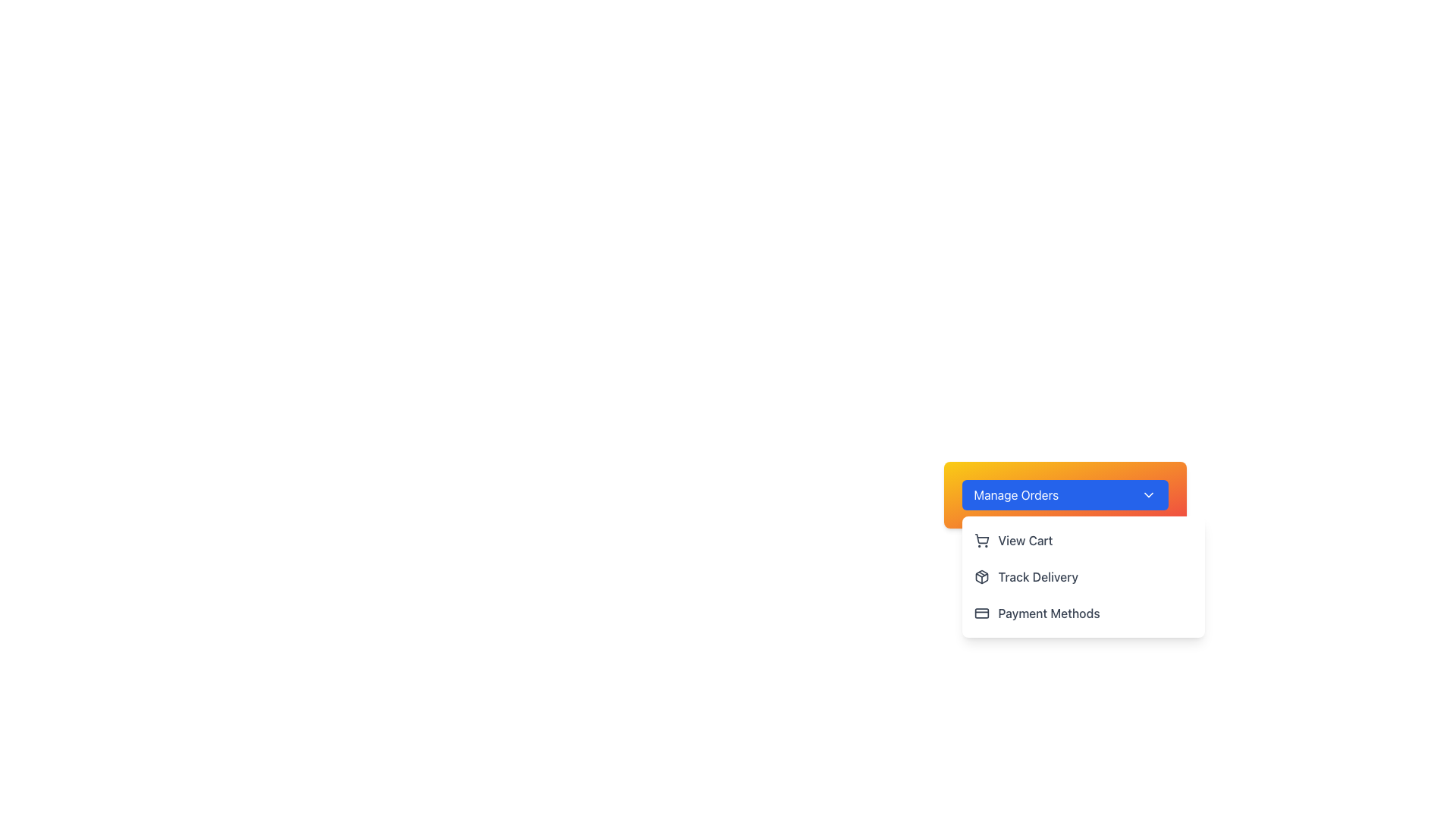 Image resolution: width=1456 pixels, height=819 pixels. I want to click on the 'Manage Payment Methods' menu item located at the bottom of the vertical list under the 'Manage Orders' dropdown, so click(1082, 613).